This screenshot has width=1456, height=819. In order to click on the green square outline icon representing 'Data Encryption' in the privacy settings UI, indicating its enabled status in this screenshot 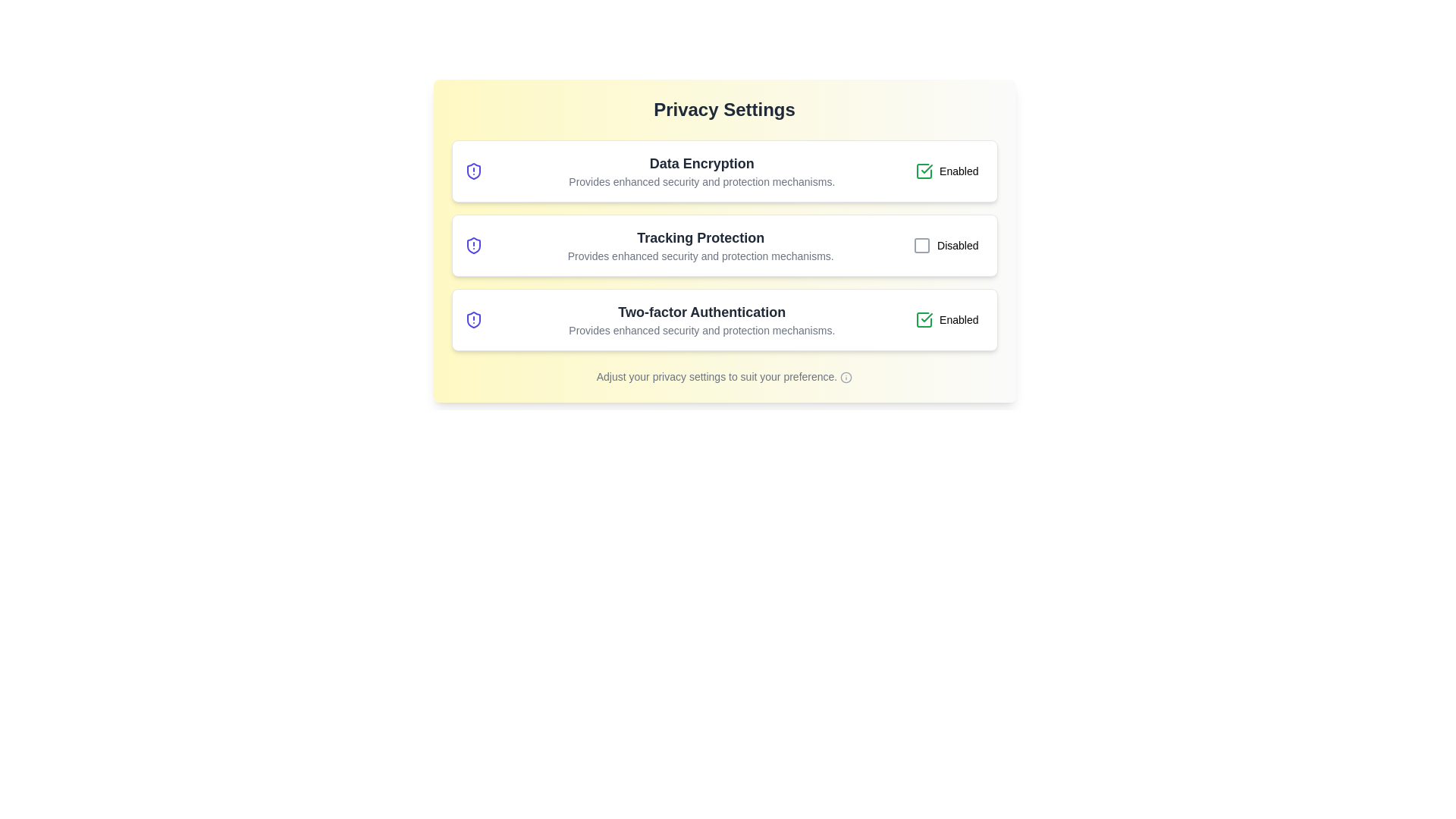, I will do `click(924, 318)`.